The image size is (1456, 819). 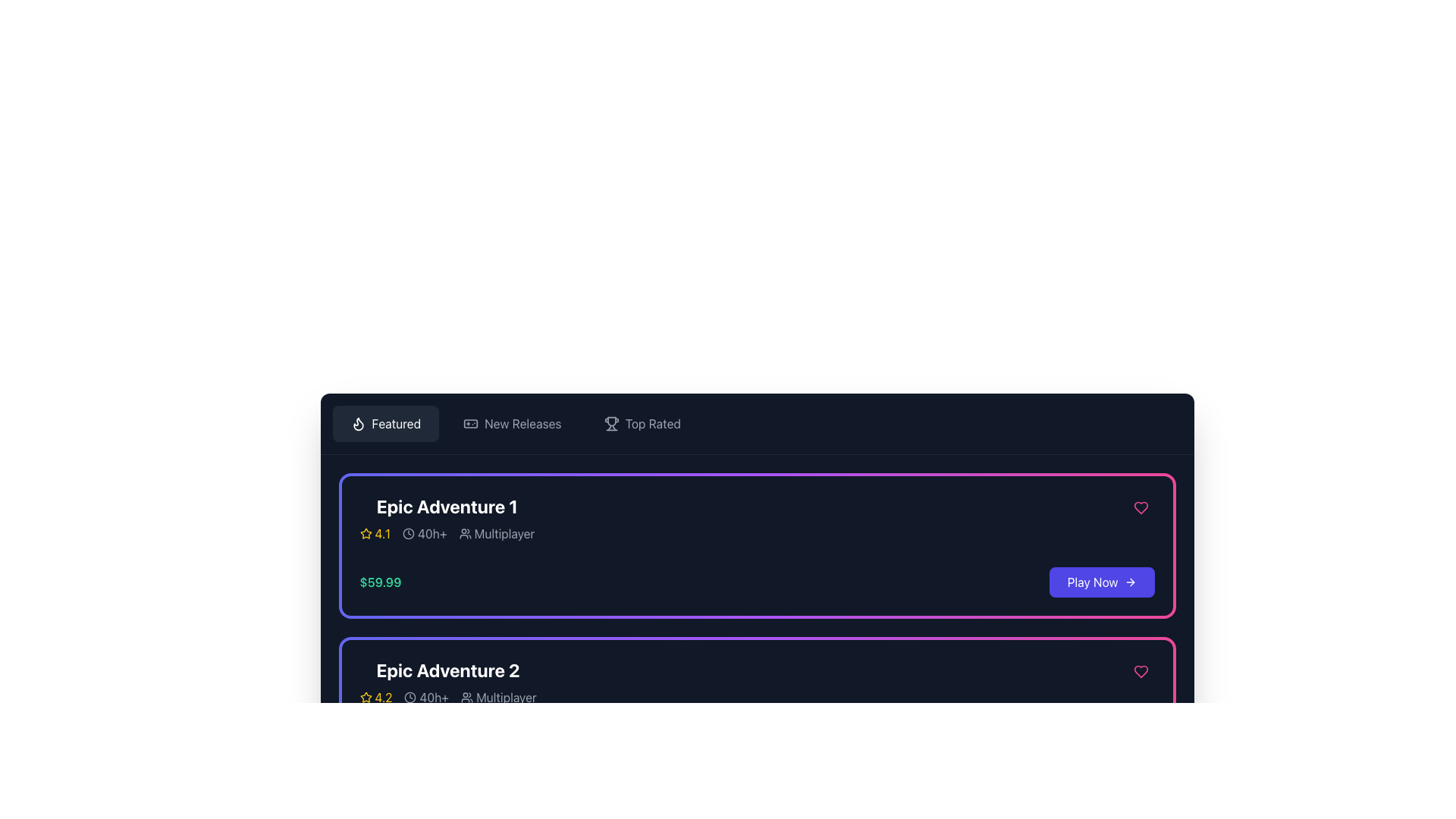 I want to click on the right-pointing arrow icon that is part of the 'Play Now' button, located at the bottom-right corner of the card, so click(x=1130, y=581).